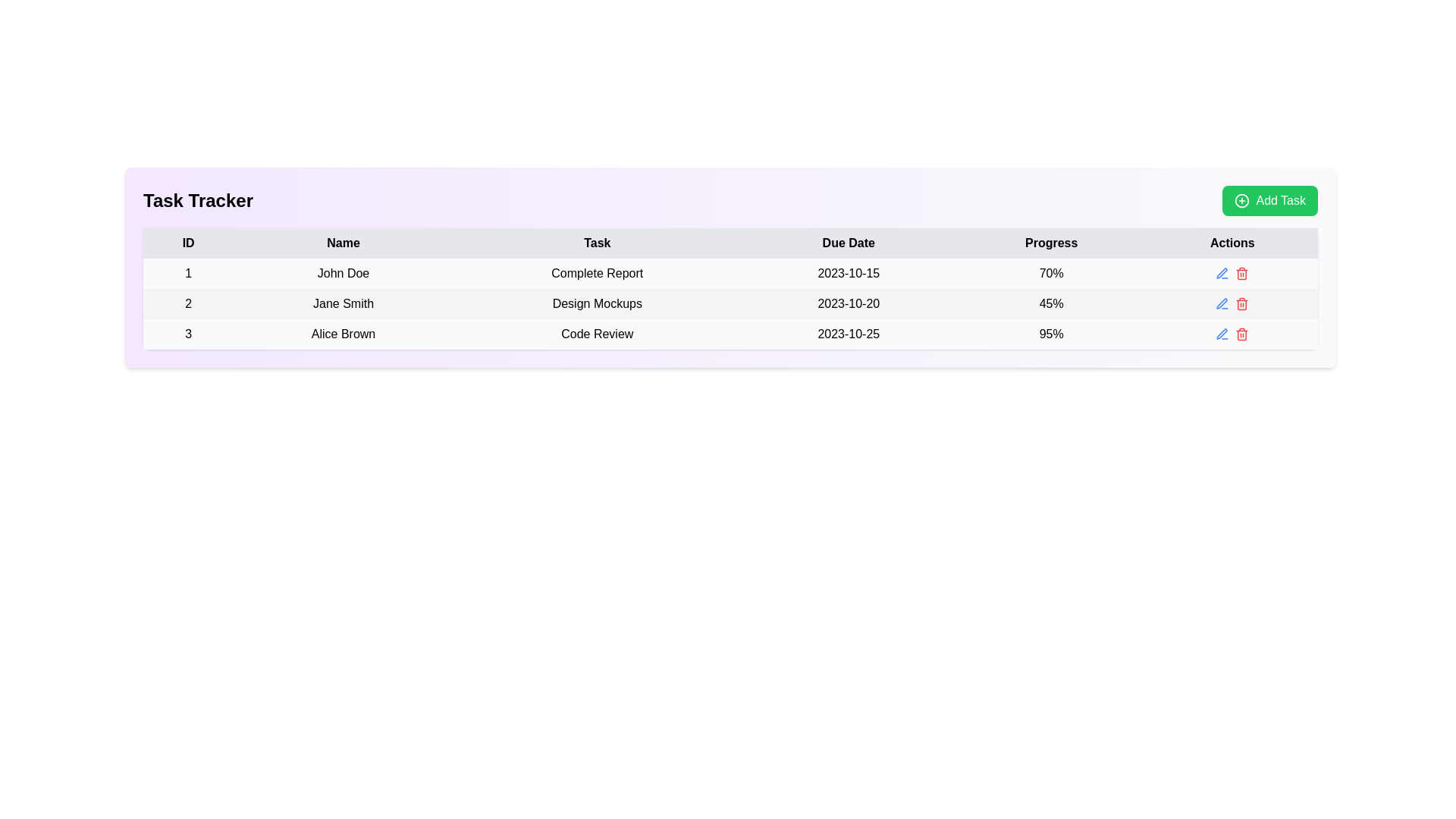  I want to click on the Text label displaying the name of the individual in the second row of the table under the 'Name' column, which is adjacent to ID '2' and 'Design Mockups', so click(342, 304).